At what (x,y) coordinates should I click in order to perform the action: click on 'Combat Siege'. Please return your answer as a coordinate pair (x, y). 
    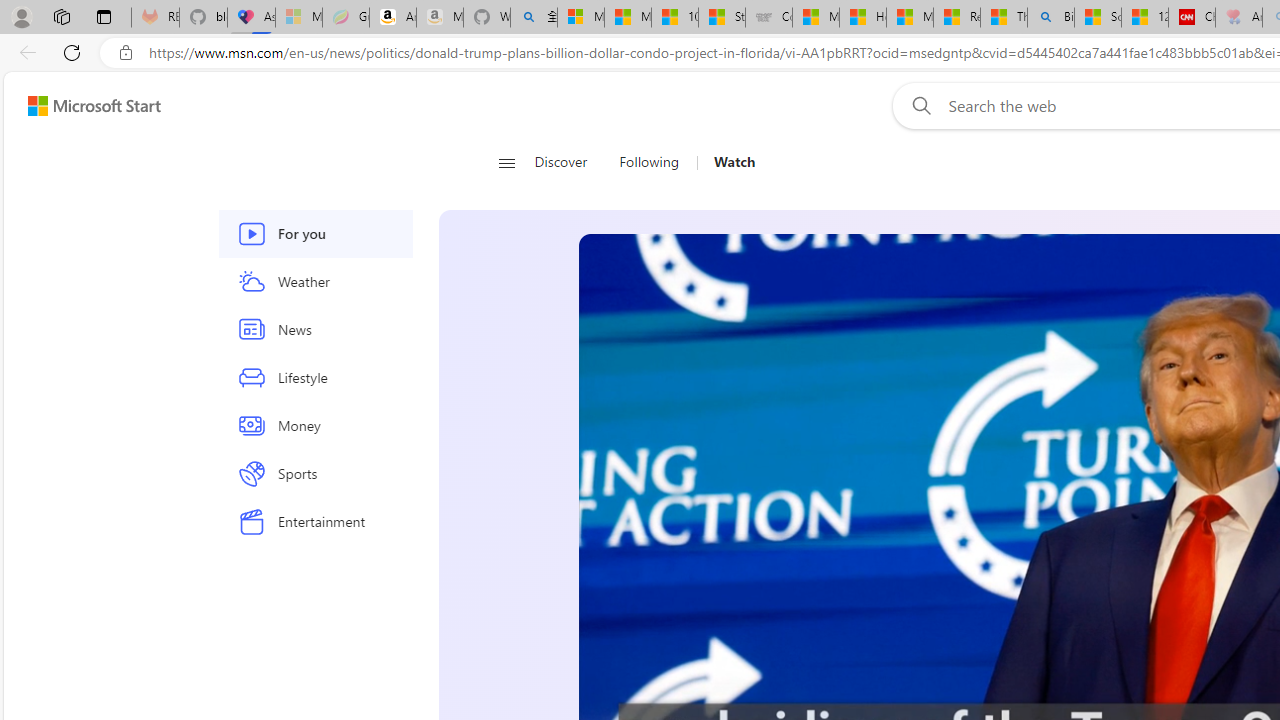
    Looking at the image, I should click on (768, 17).